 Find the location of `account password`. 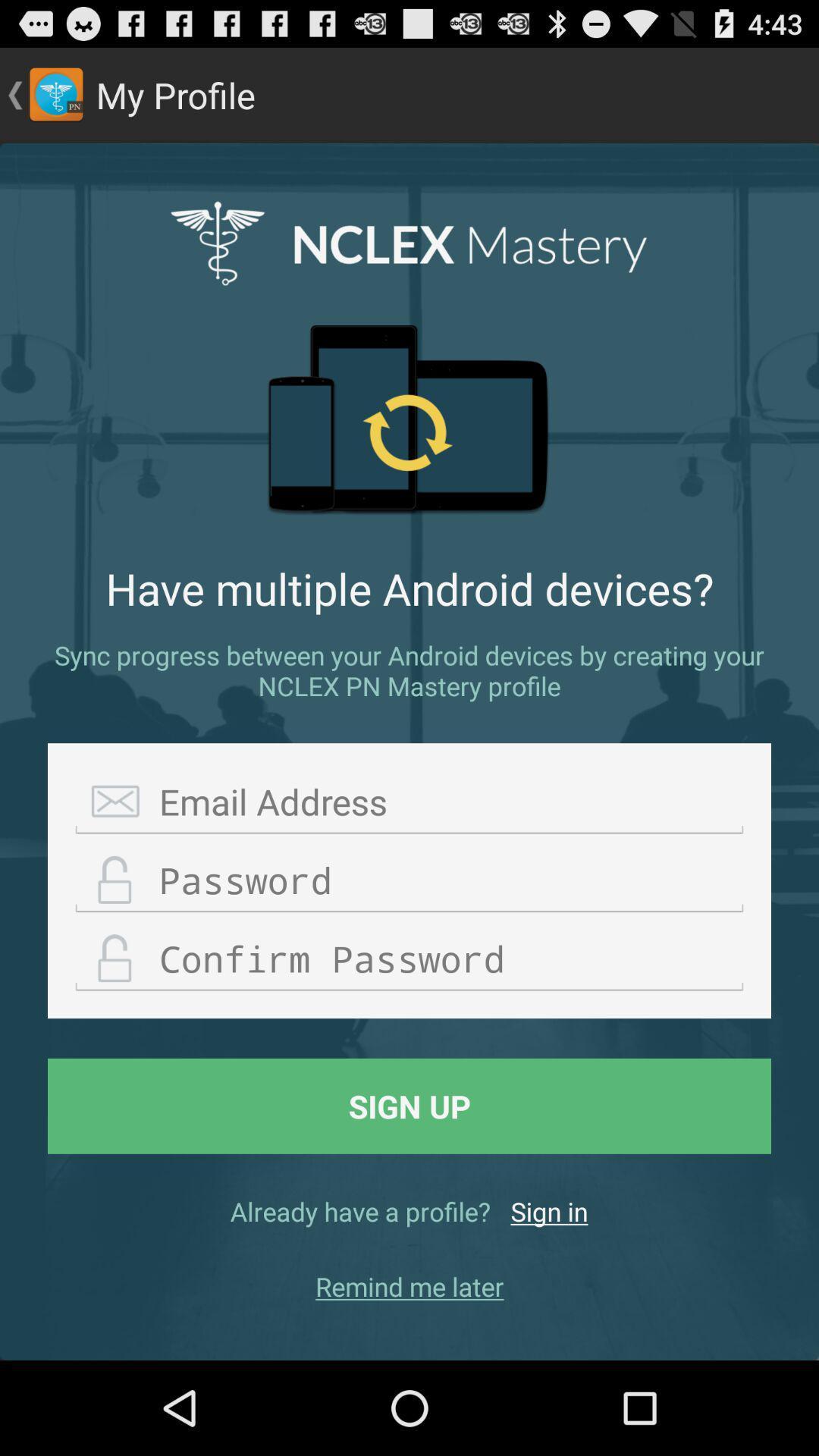

account password is located at coordinates (409, 880).